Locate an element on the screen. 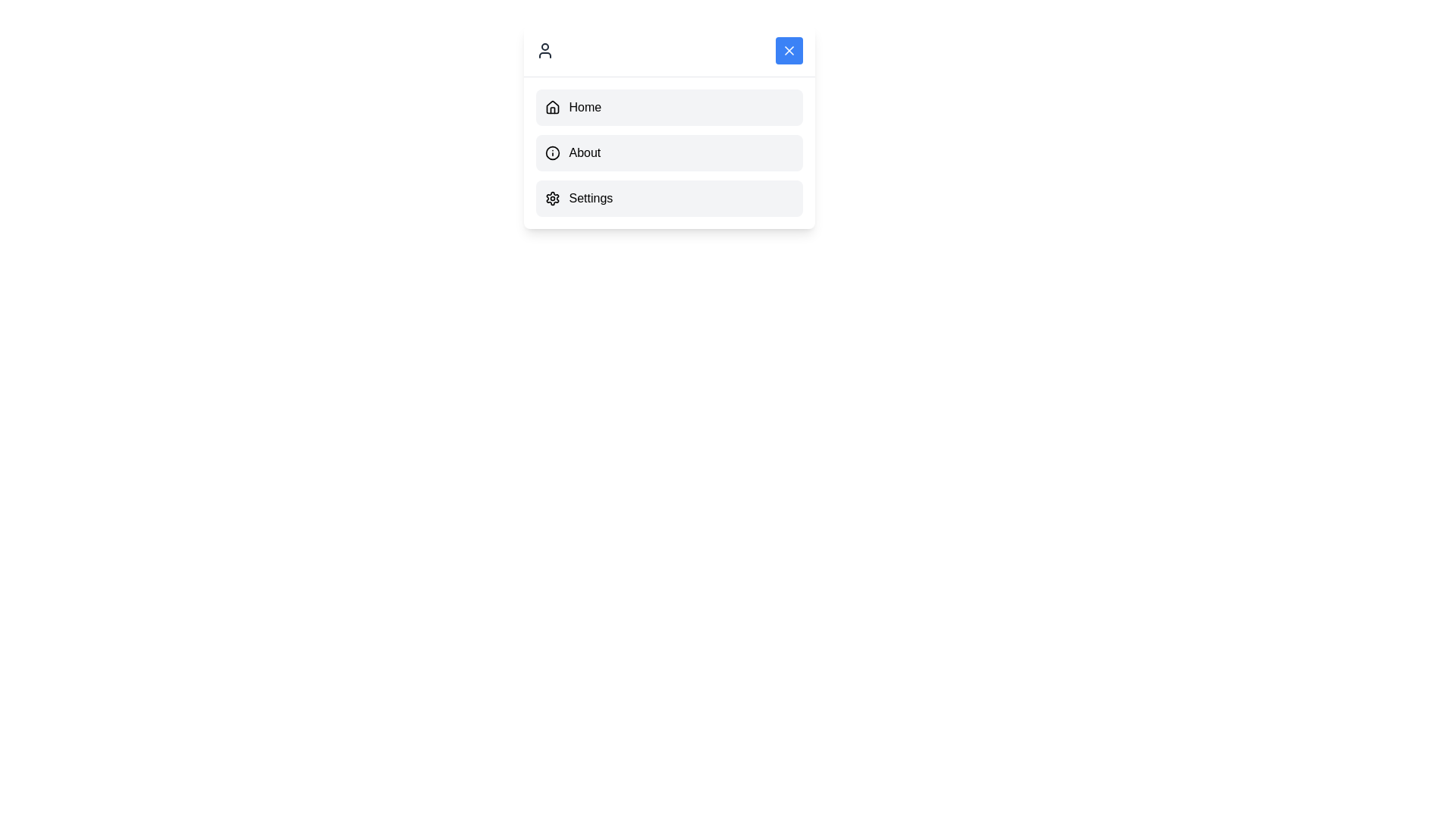 This screenshot has height=819, width=1456. the gear-like icon that represents settings, positioned to the left of the 'Settings' text label is located at coordinates (551, 198).